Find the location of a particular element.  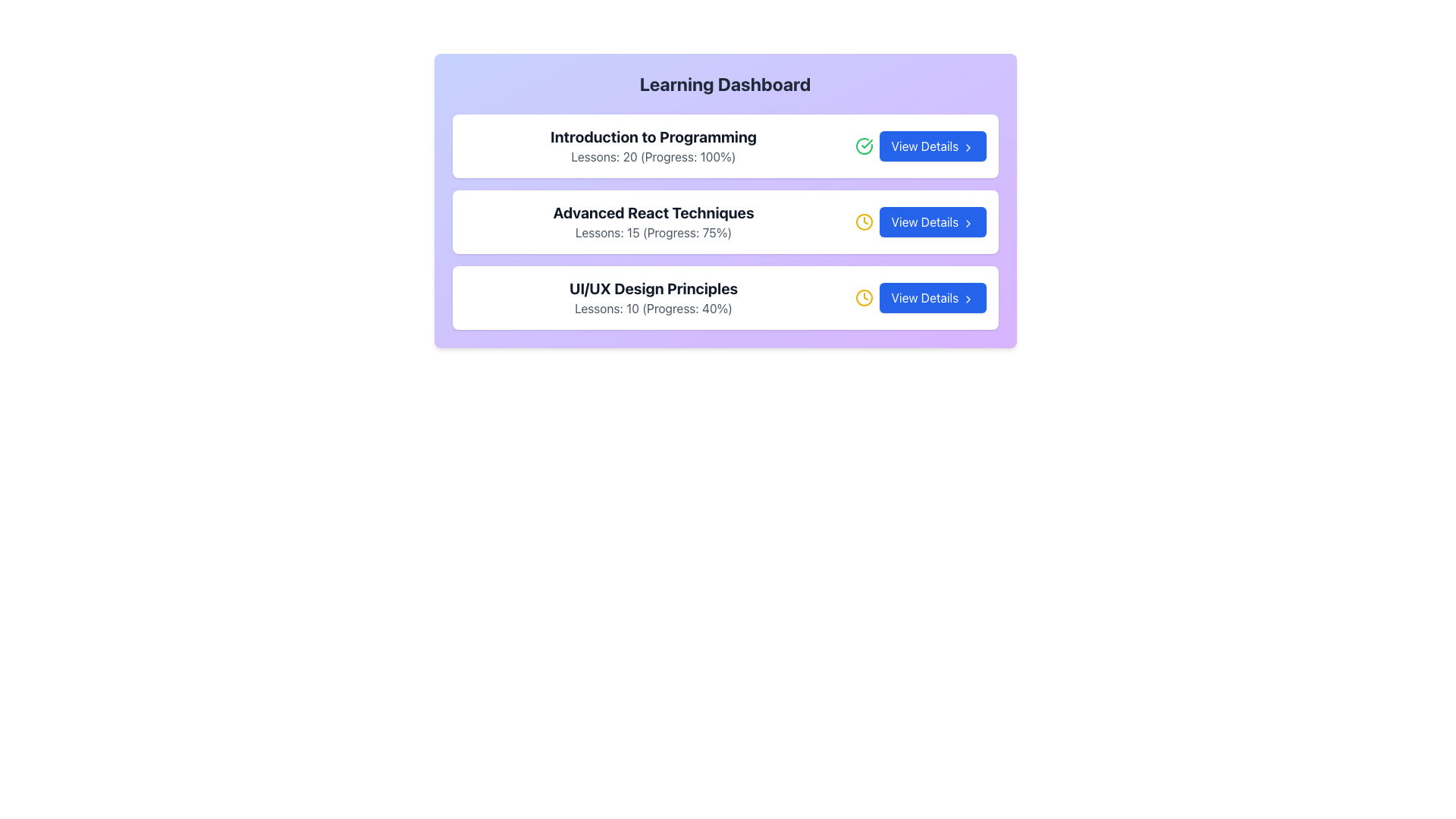

the text label displaying 'Advanced React Techniques', which is located at the top part of the second card in a vertically stacked list of courses is located at coordinates (654, 213).